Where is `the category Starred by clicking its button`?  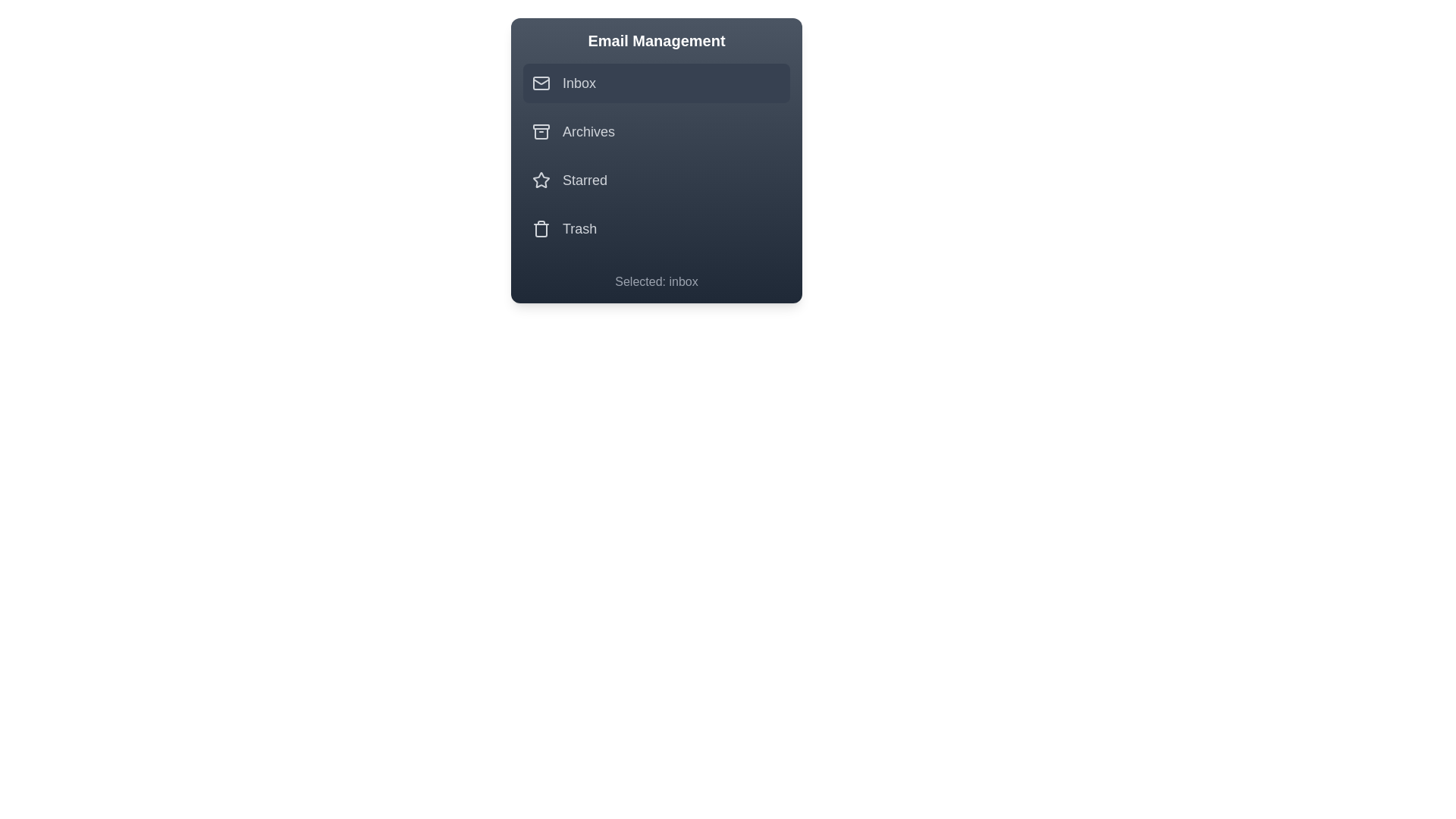 the category Starred by clicking its button is located at coordinates (656, 180).